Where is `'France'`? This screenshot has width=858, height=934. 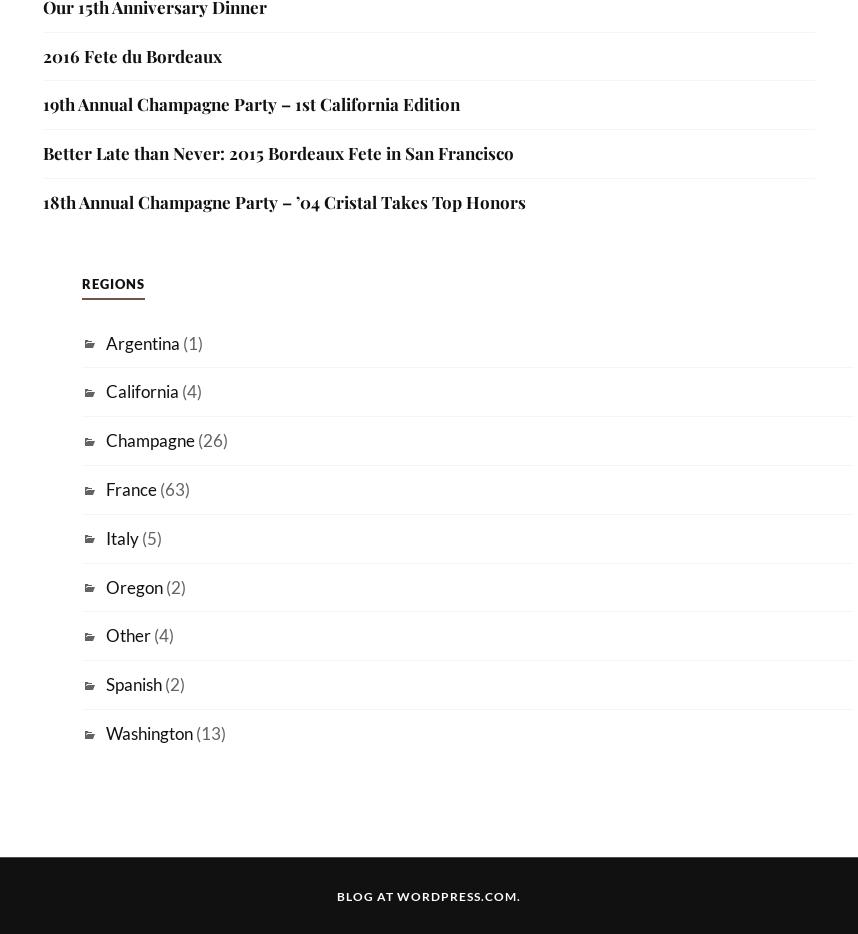
'France' is located at coordinates (129, 487).